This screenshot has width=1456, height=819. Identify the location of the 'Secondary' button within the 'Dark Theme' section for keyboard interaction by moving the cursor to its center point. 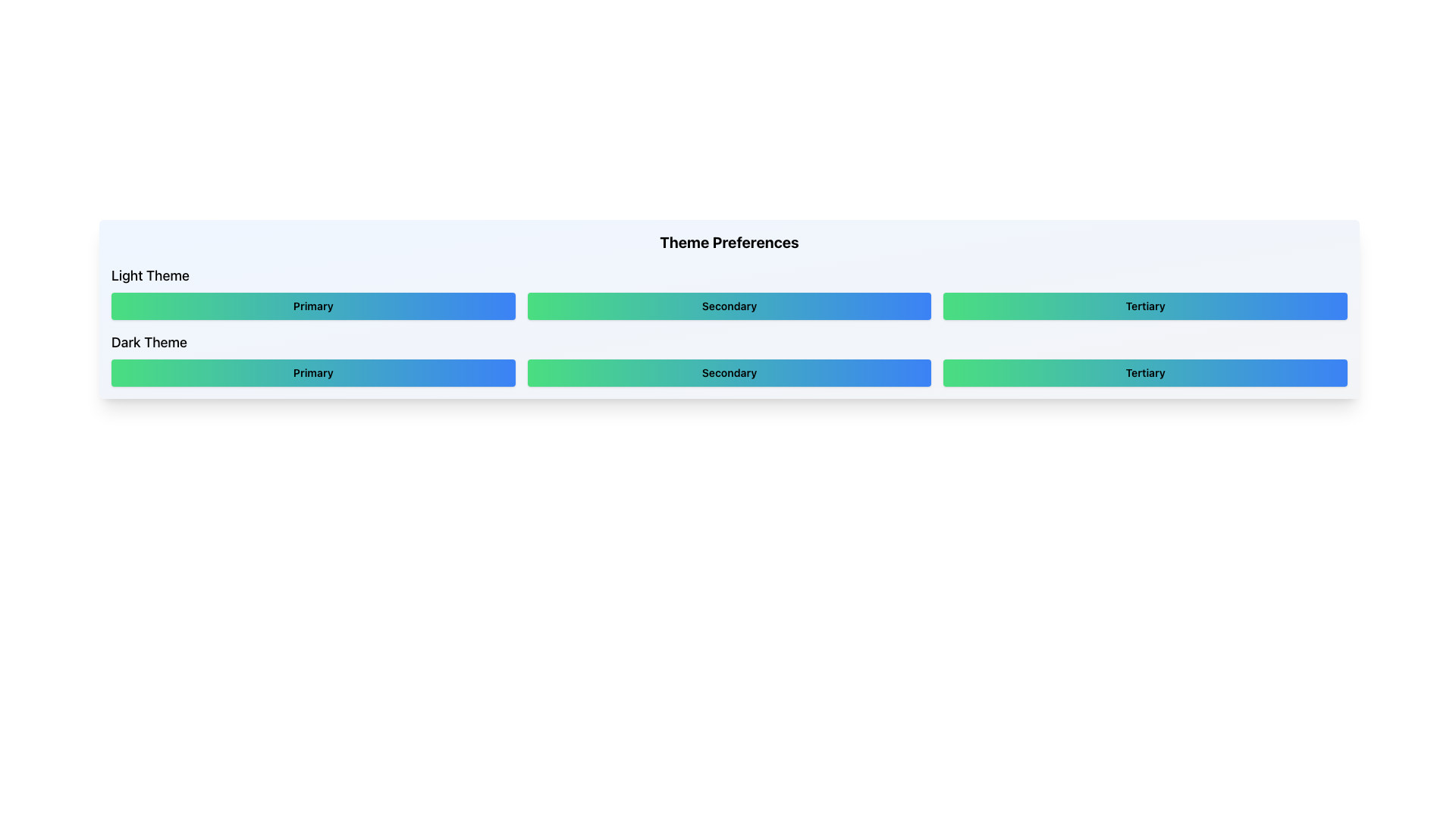
(729, 359).